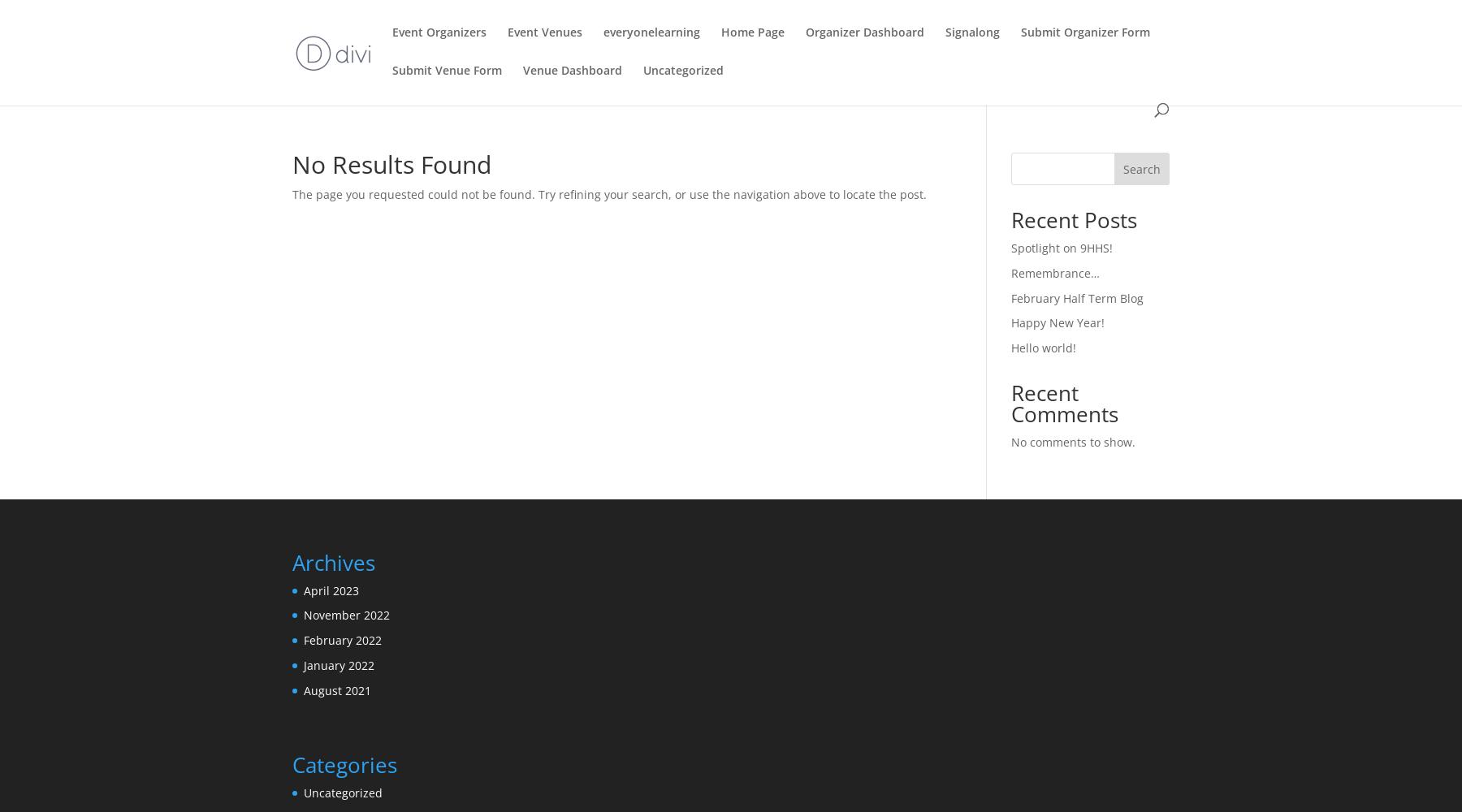 This screenshot has width=1462, height=812. I want to click on 'Happy New Year!', so click(1057, 322).